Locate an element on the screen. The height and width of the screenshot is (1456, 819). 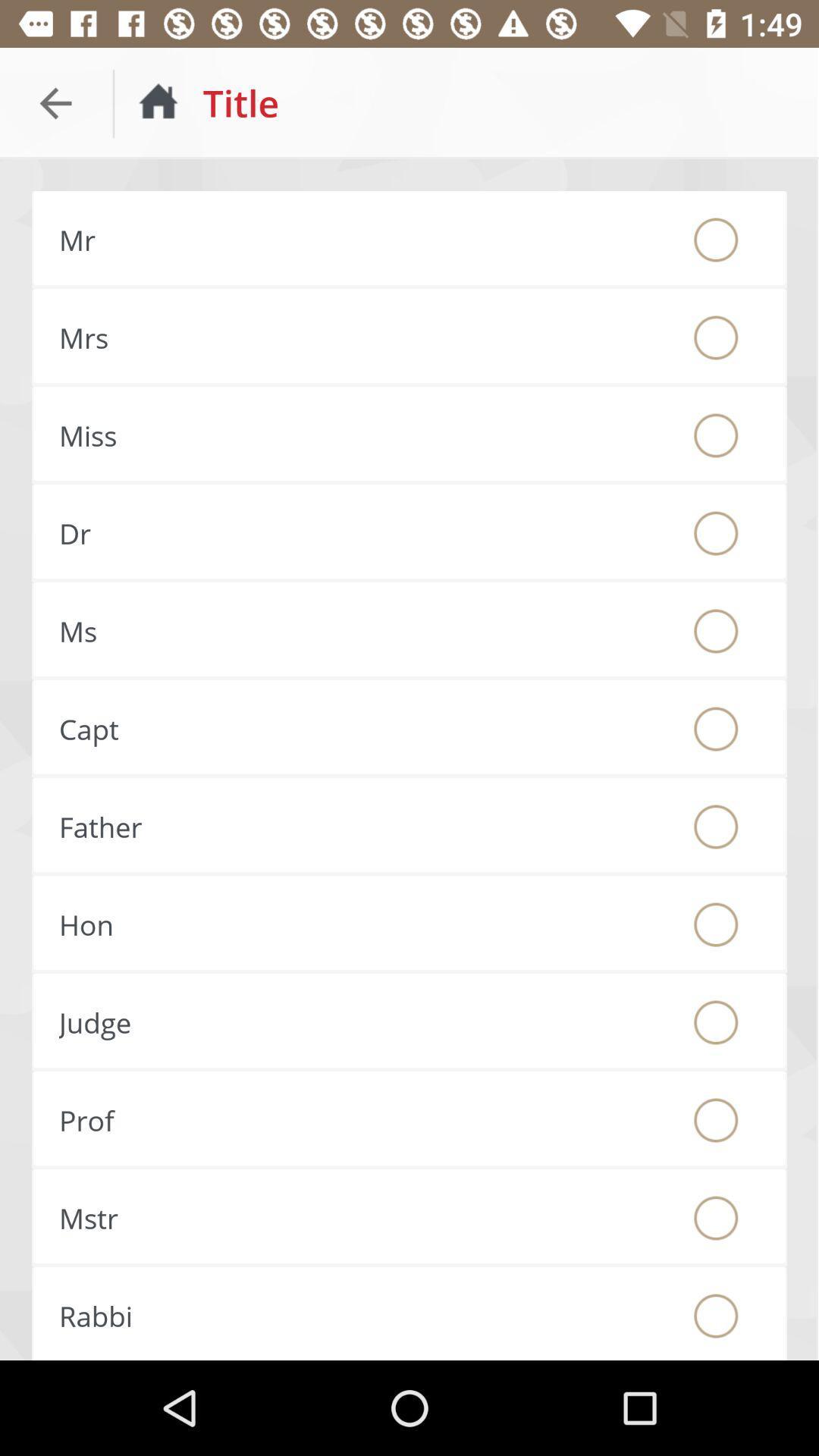
capt as title is located at coordinates (716, 729).